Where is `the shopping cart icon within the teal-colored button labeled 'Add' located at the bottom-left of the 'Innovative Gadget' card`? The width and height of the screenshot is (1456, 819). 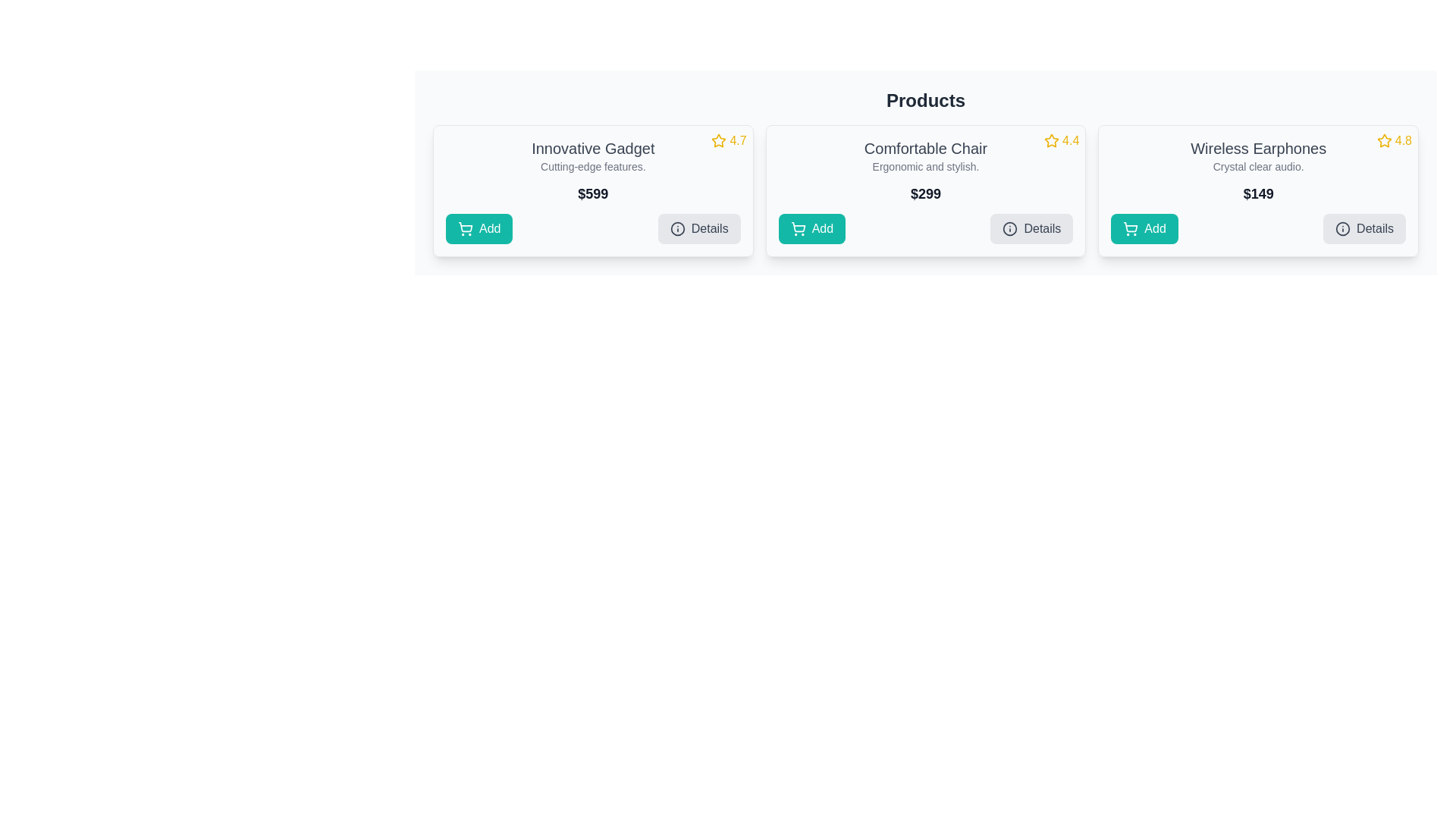
the shopping cart icon within the teal-colored button labeled 'Add' located at the bottom-left of the 'Innovative Gadget' card is located at coordinates (465, 228).